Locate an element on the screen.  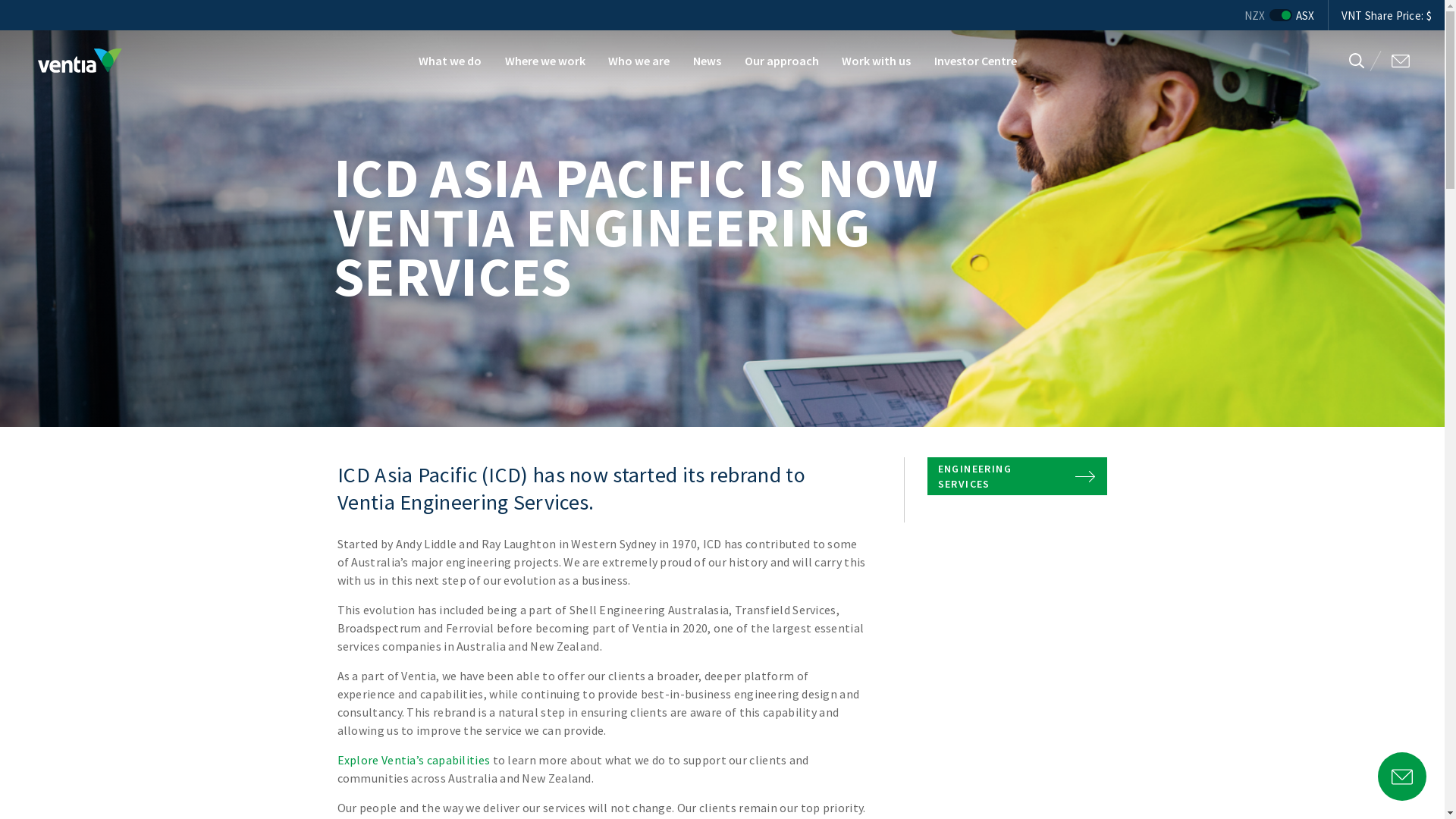
'ENGINEERING SERVICES' is located at coordinates (1017, 475).